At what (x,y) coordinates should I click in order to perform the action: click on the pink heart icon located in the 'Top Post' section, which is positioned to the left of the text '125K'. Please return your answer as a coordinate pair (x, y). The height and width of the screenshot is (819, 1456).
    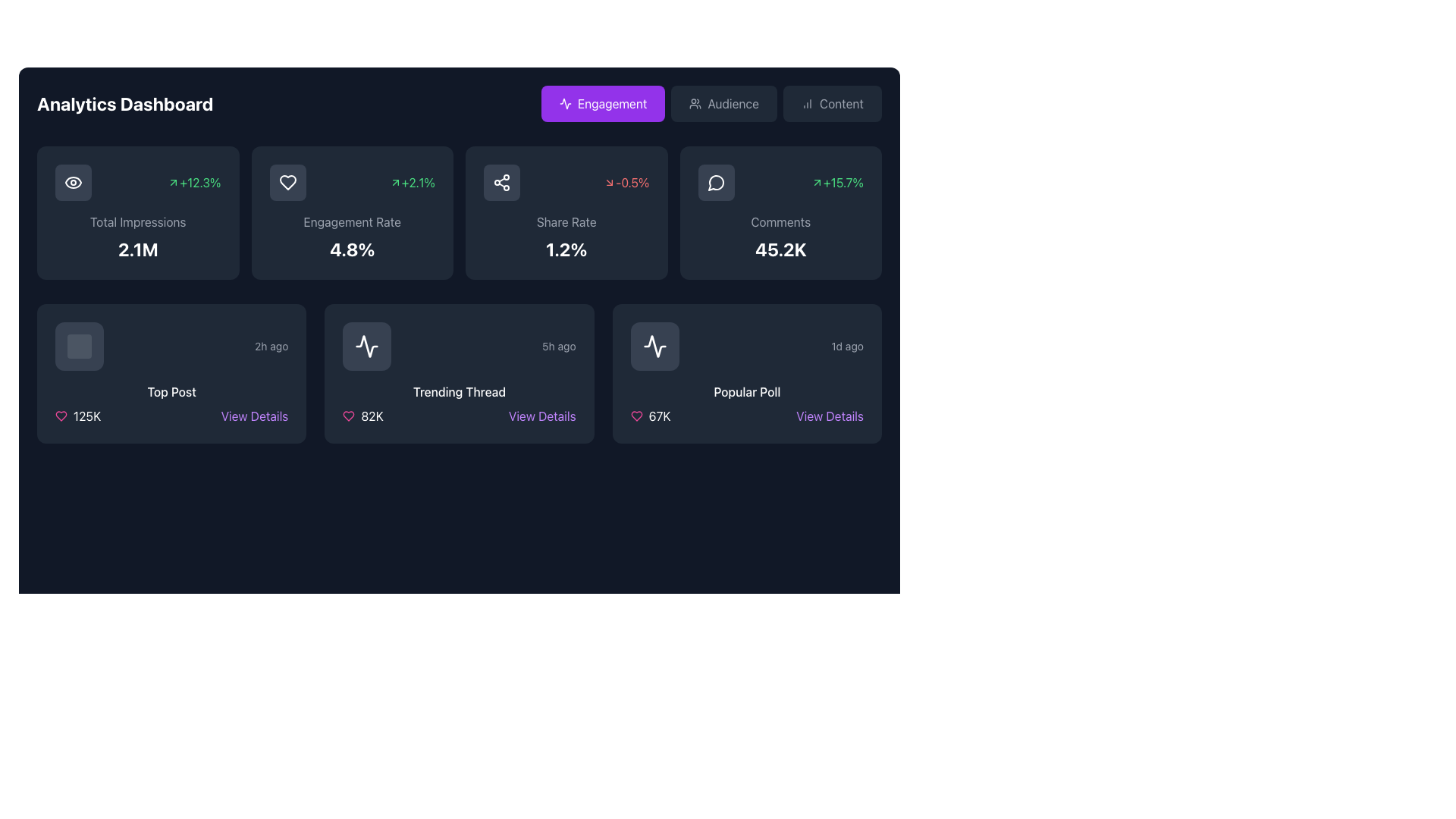
    Looking at the image, I should click on (61, 416).